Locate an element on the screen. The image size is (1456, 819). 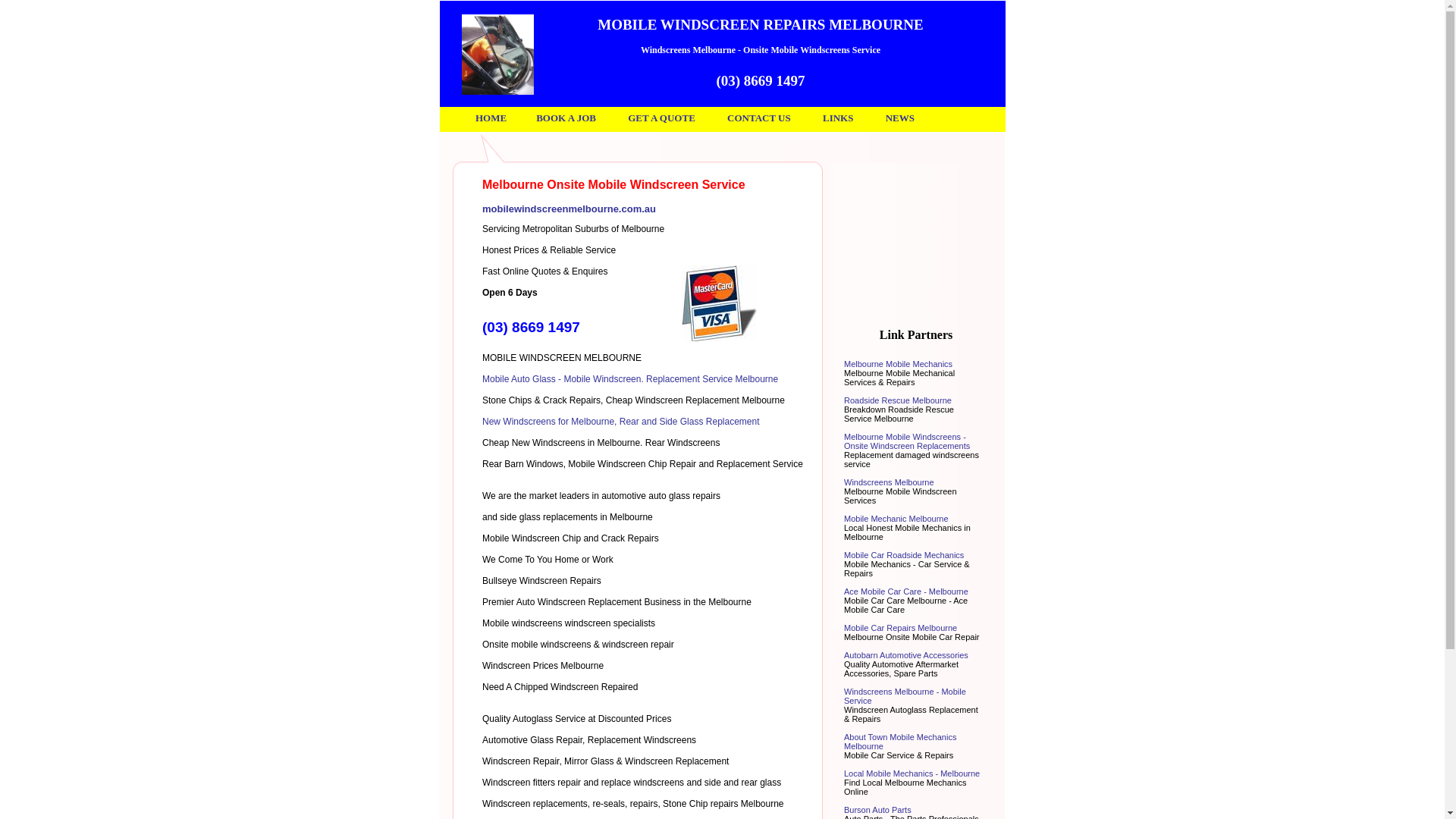
'Windscreens Melbourne - Mobile Service' is located at coordinates (905, 696).